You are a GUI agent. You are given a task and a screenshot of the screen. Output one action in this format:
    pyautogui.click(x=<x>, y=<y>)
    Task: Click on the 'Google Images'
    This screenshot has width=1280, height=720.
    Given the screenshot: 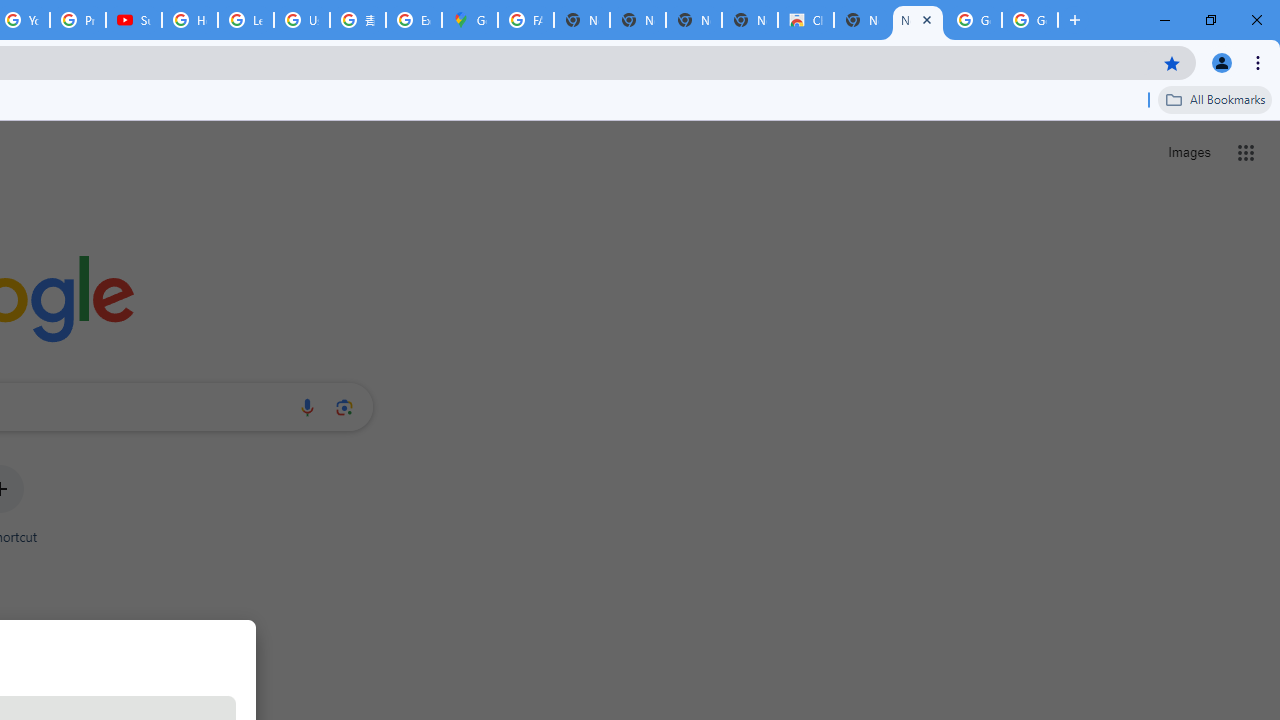 What is the action you would take?
    pyautogui.click(x=974, y=20)
    